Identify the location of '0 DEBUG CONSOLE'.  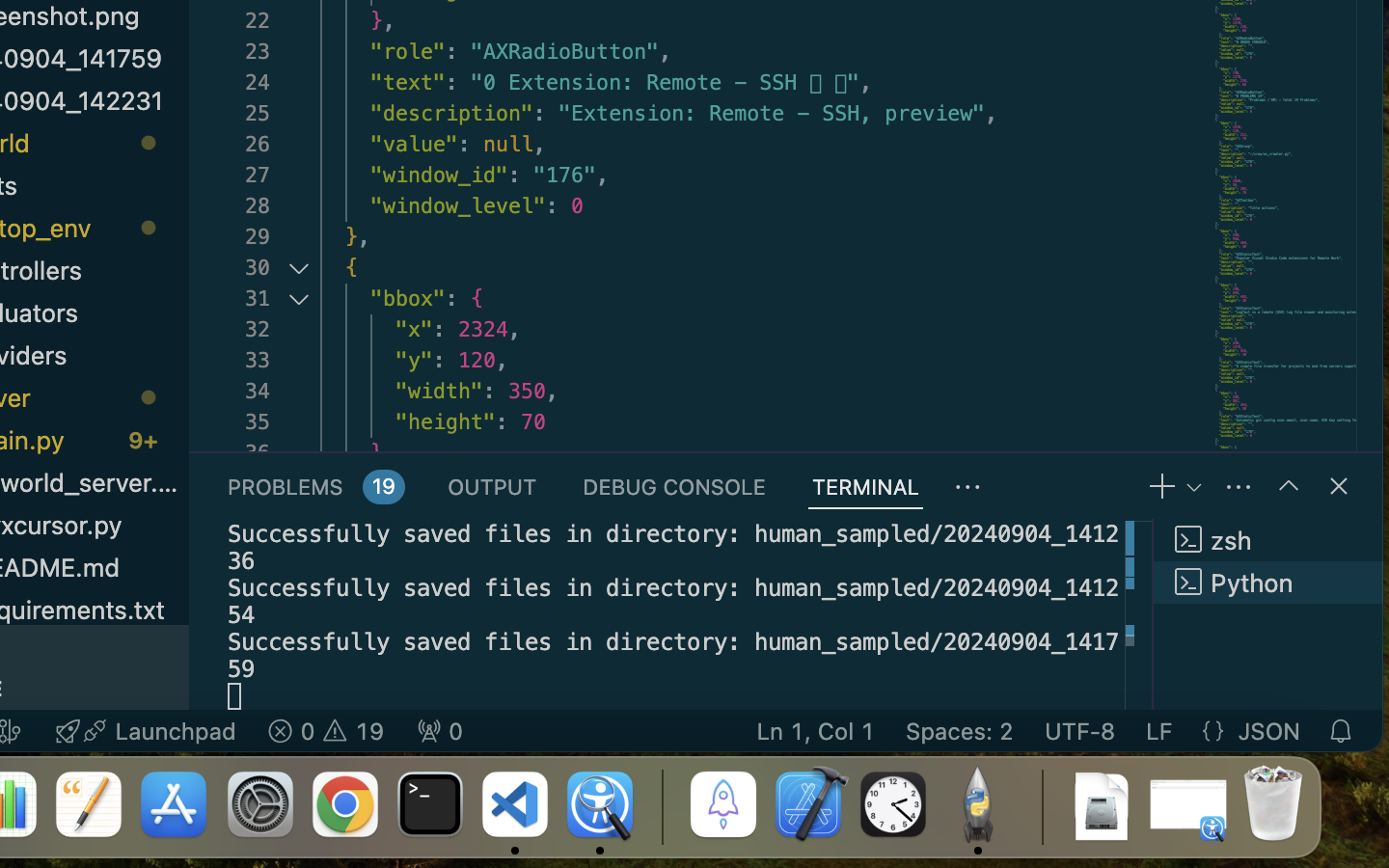
(673, 485).